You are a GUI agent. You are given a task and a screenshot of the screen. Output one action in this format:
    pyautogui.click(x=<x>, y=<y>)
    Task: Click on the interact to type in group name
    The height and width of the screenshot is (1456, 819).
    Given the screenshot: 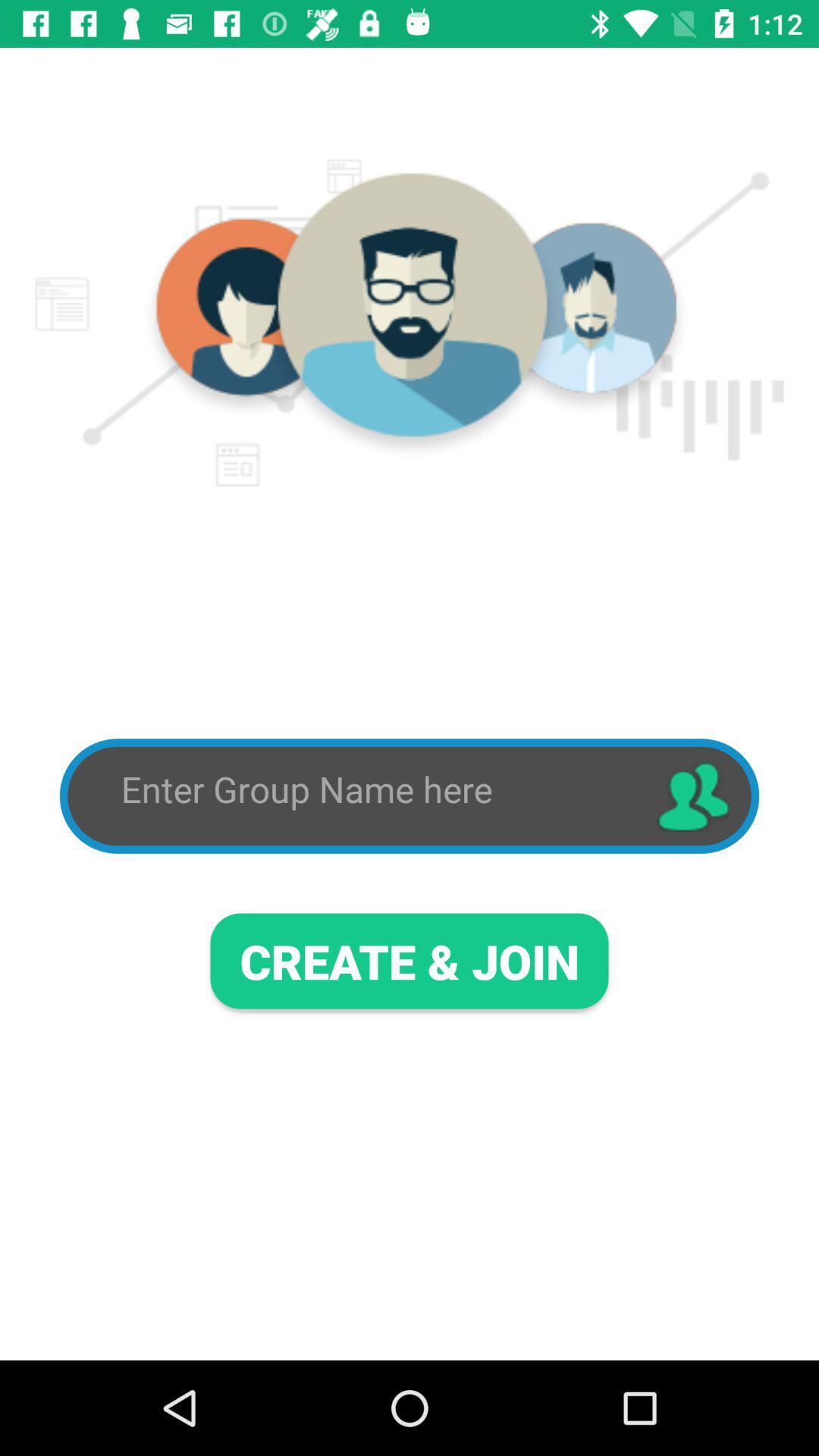 What is the action you would take?
    pyautogui.click(x=375, y=789)
    